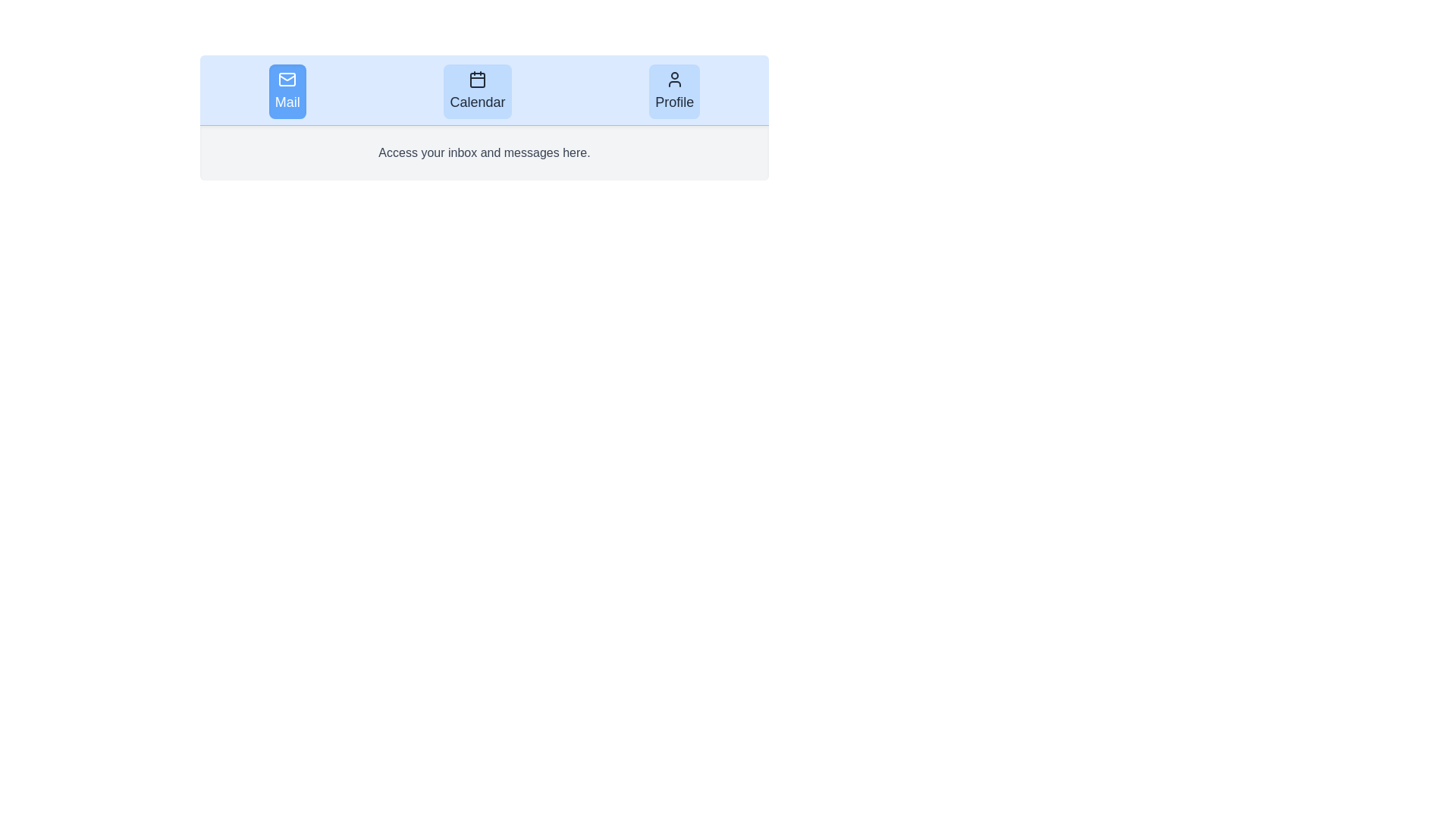 The height and width of the screenshot is (819, 1456). What do you see at coordinates (673, 91) in the screenshot?
I see `the Profile tab to inspect its layout and styling` at bounding box center [673, 91].